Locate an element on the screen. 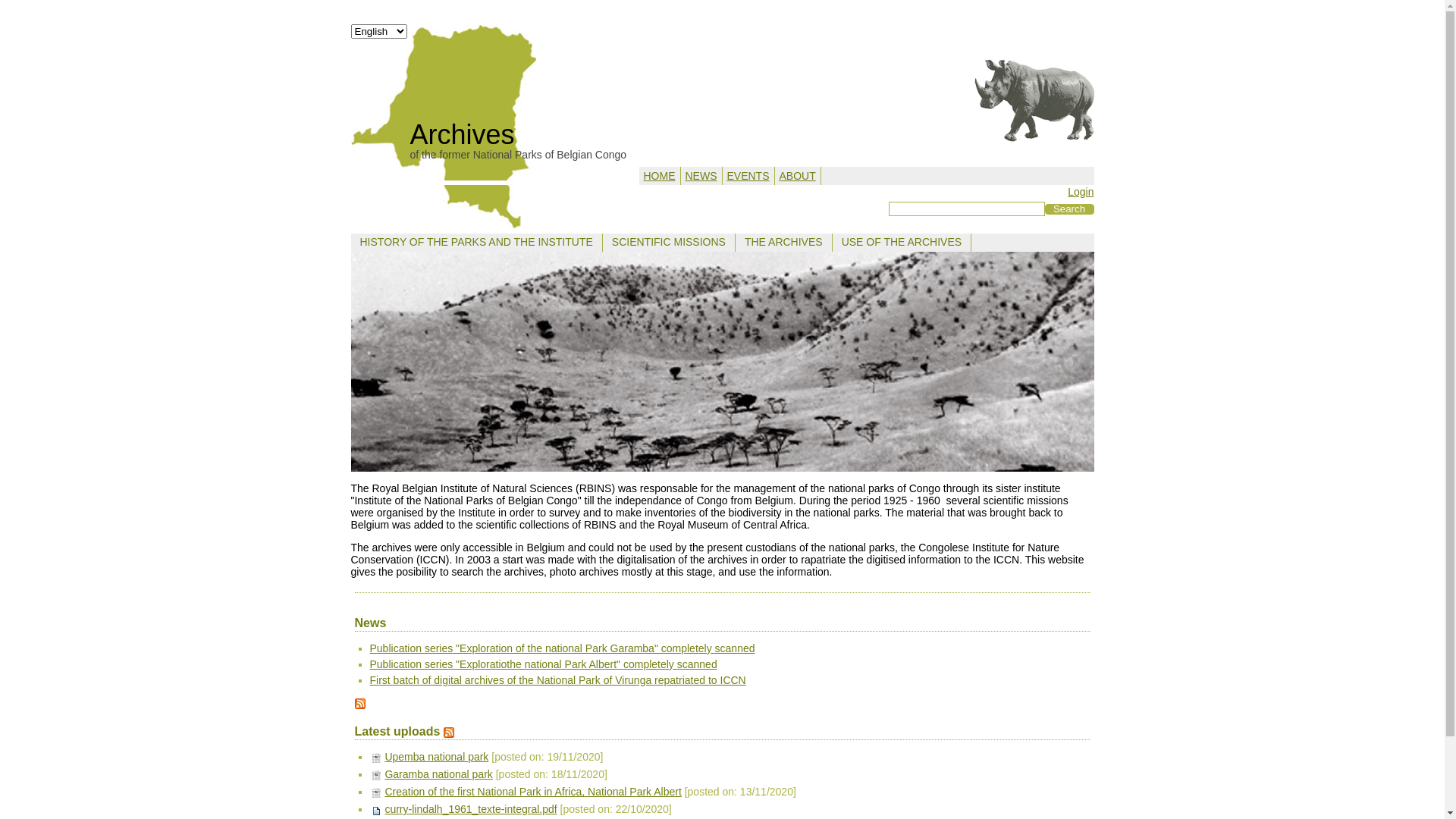  'HISTORY OF THE PARKS AND THE INSTITUTE' is located at coordinates (475, 241).